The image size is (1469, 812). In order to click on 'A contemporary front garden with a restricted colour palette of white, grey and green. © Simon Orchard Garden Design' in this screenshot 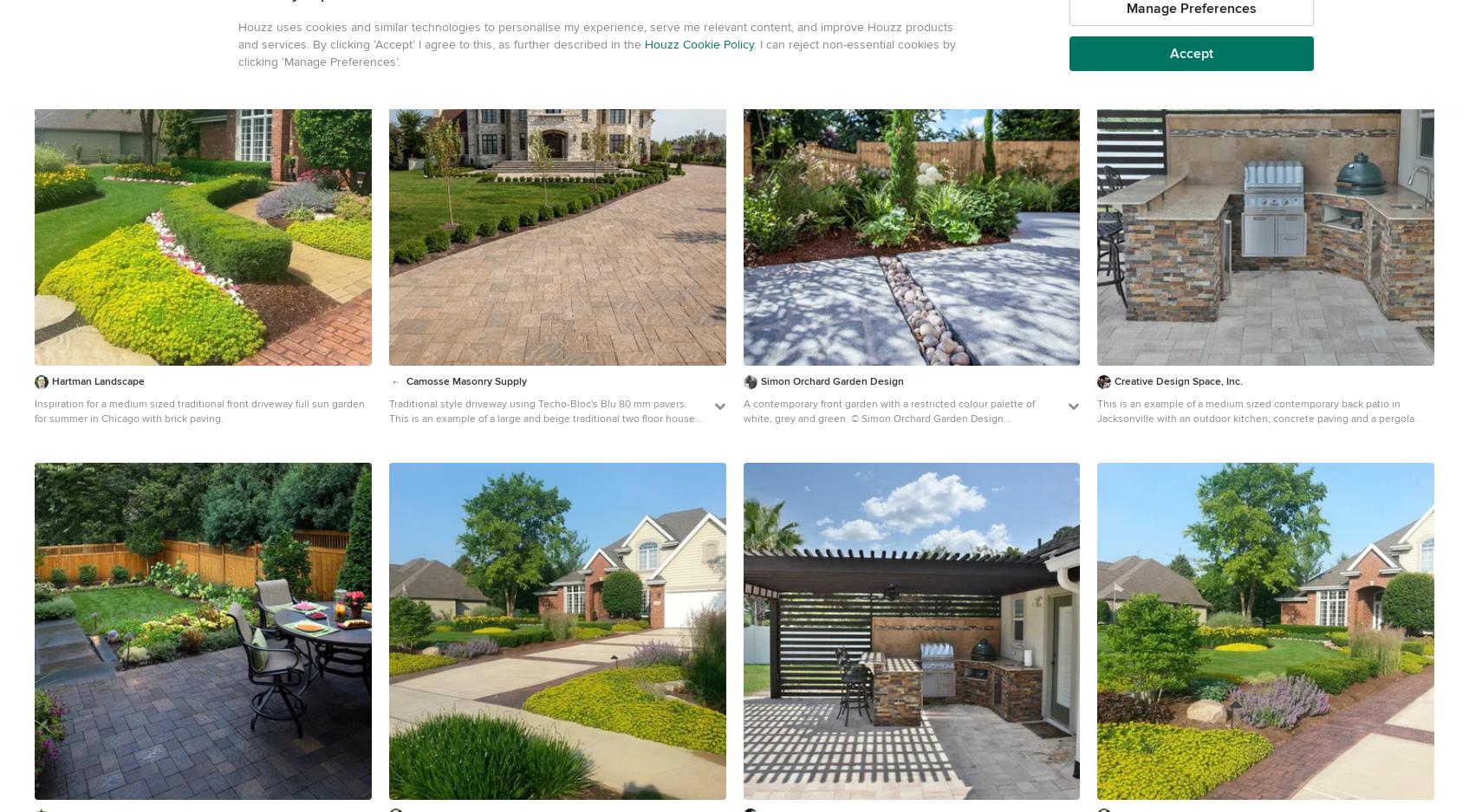, I will do `click(741, 411)`.